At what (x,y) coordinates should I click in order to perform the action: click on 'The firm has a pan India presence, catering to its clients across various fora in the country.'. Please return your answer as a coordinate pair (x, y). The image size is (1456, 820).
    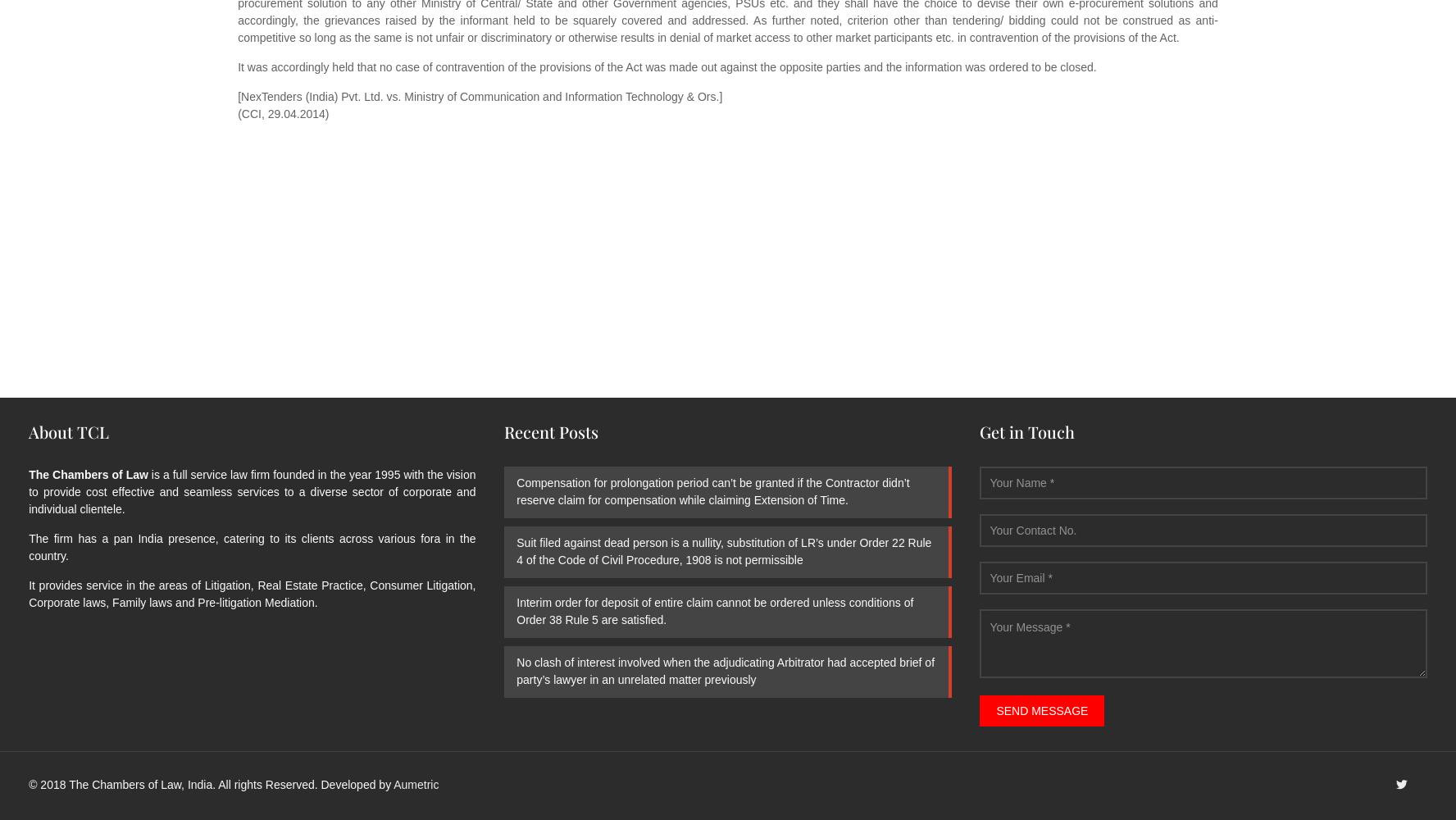
    Looking at the image, I should click on (251, 547).